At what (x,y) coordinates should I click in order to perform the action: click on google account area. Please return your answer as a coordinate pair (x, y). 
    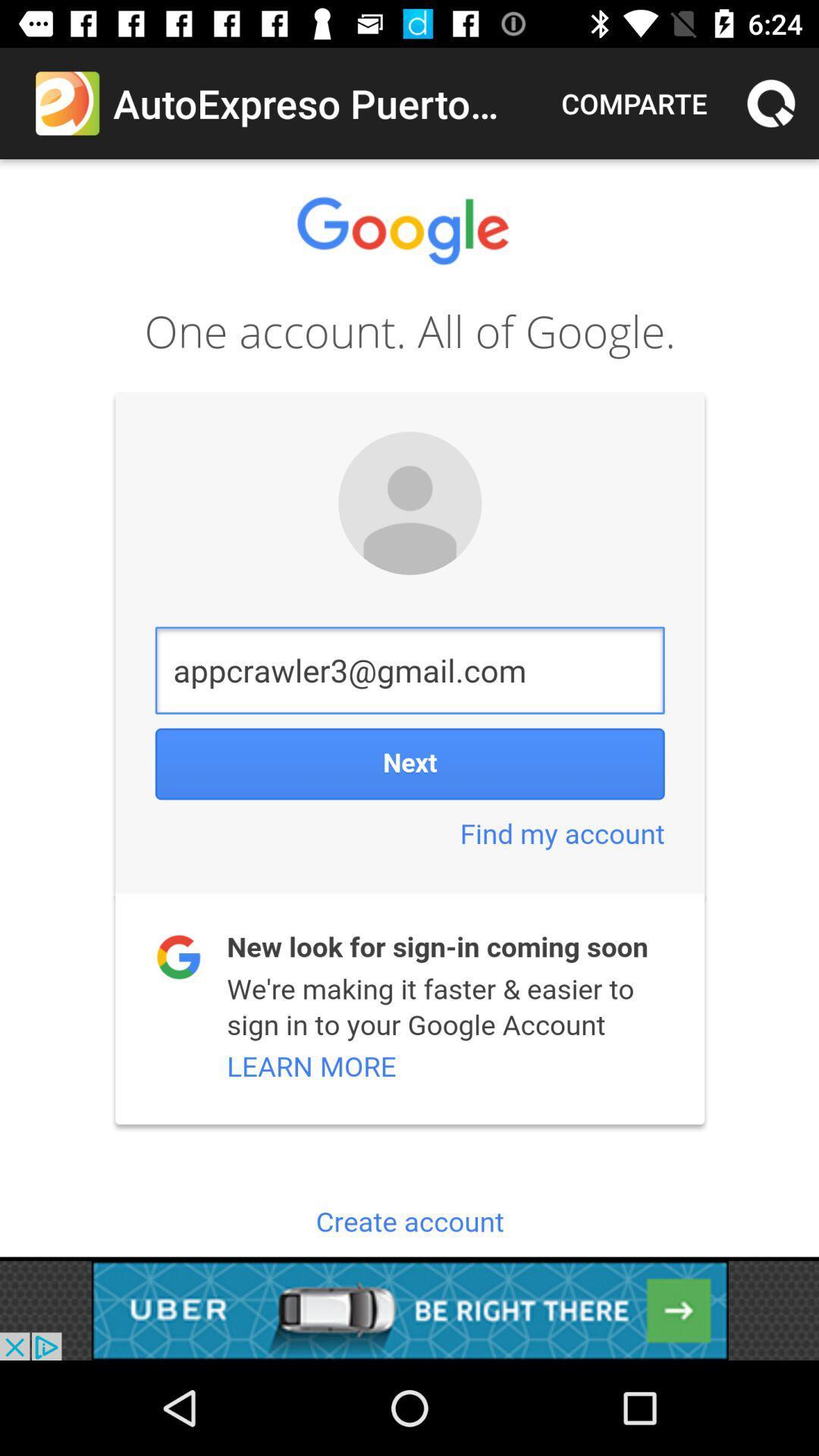
    Looking at the image, I should click on (409, 707).